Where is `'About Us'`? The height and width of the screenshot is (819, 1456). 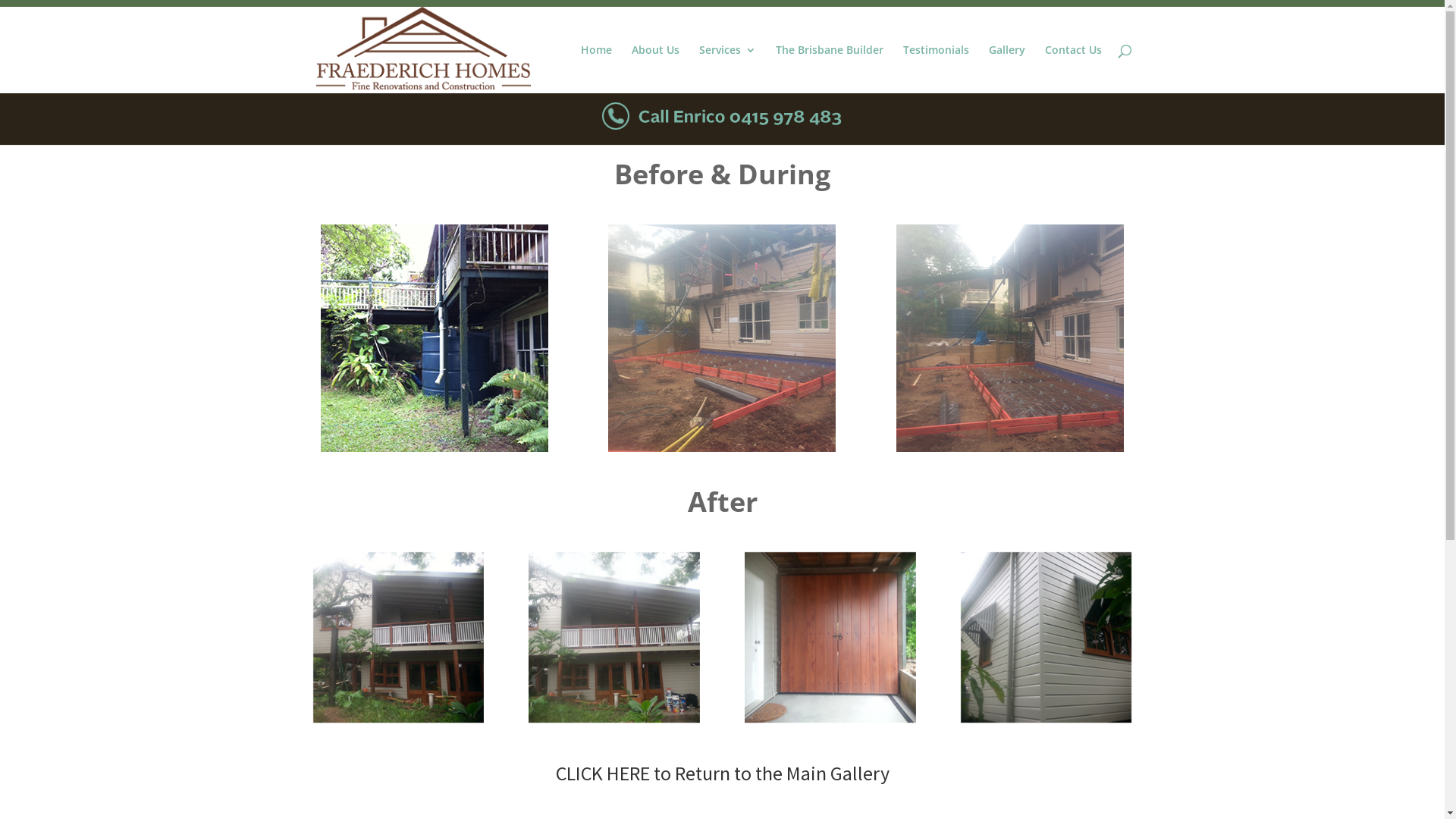
'About Us' is located at coordinates (654, 69).